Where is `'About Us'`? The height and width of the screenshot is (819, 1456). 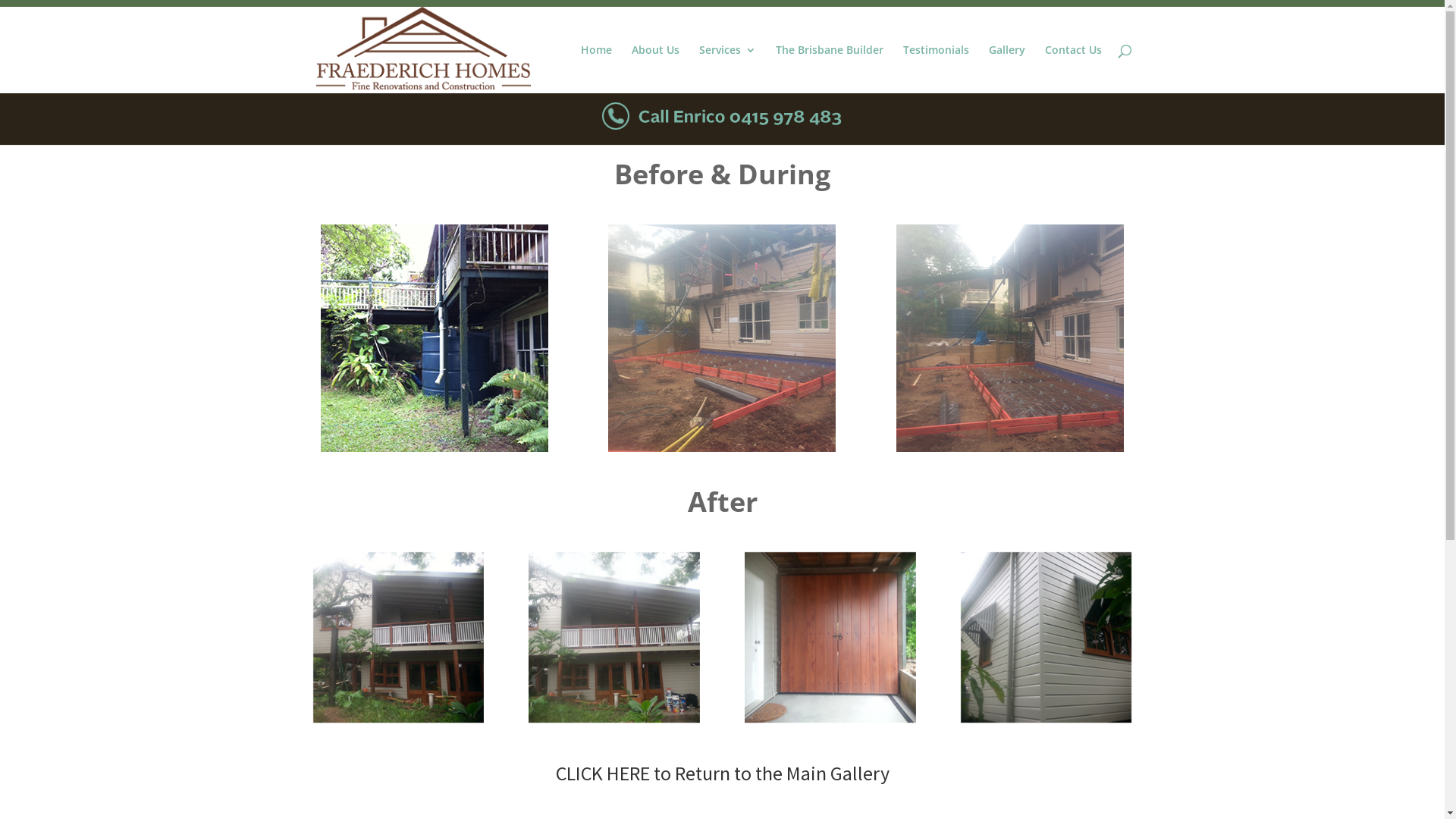
'About Us' is located at coordinates (654, 69).